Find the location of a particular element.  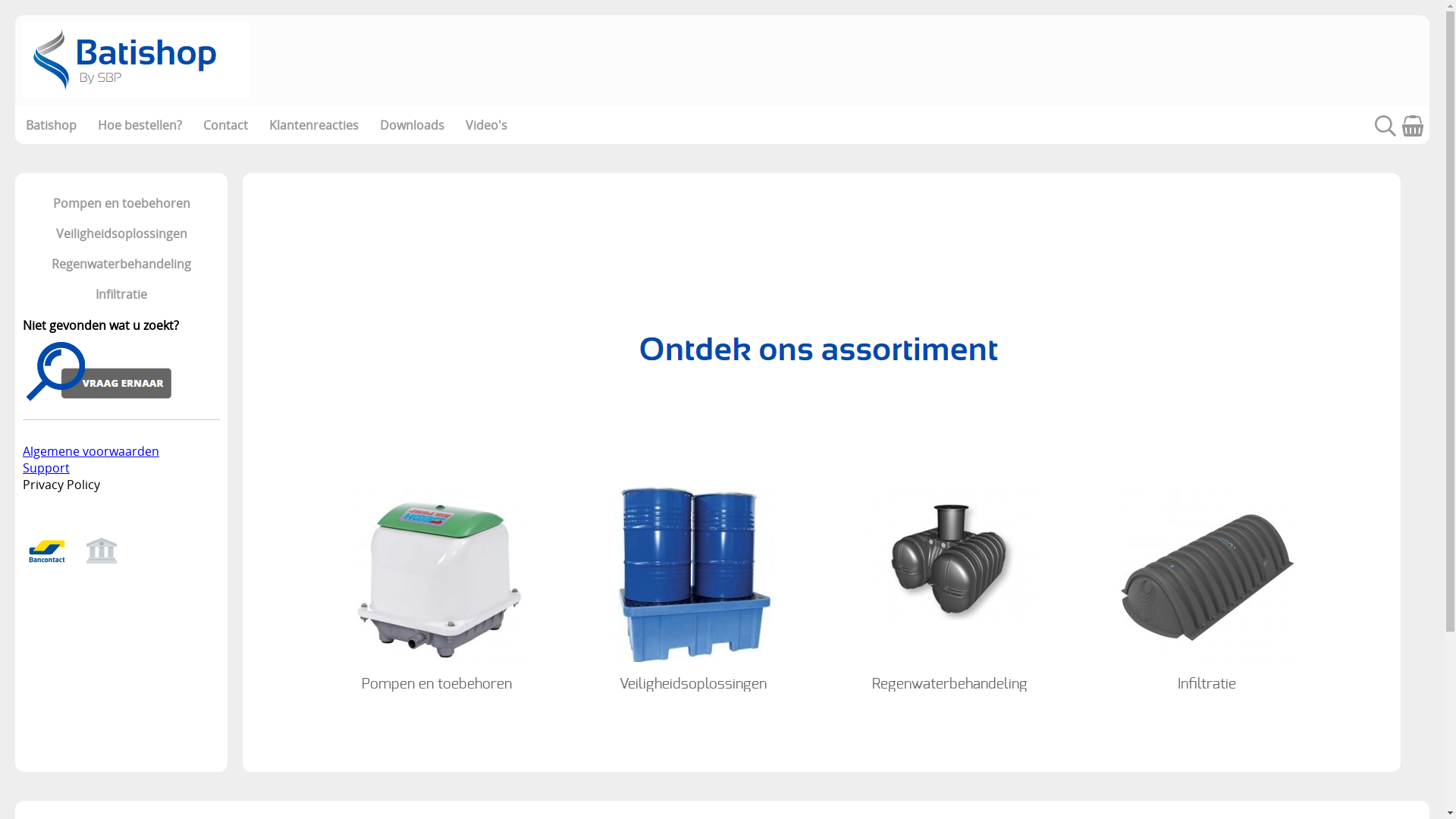

'Video's' is located at coordinates (486, 124).